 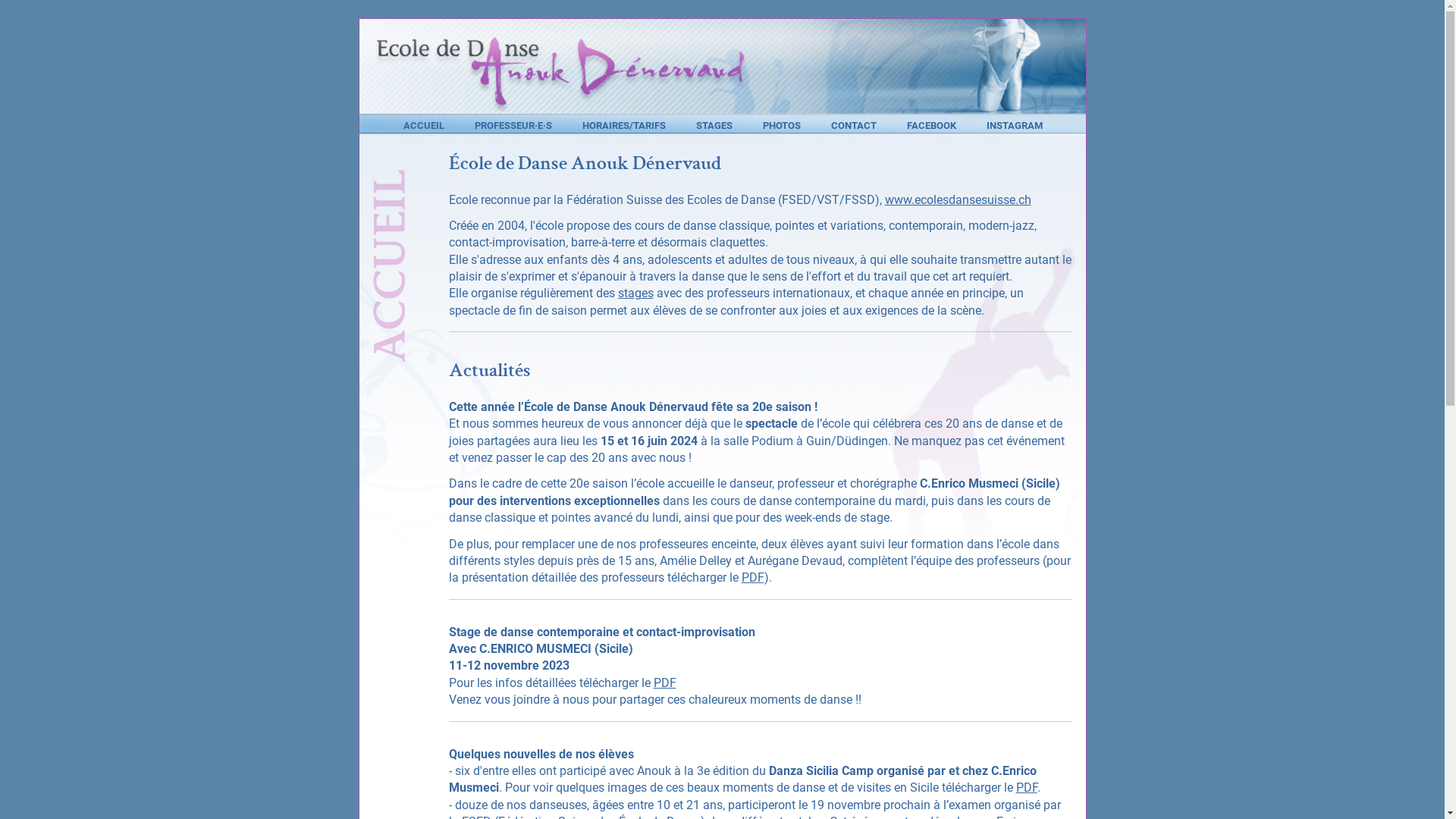 What do you see at coordinates (1026, 786) in the screenshot?
I see `'PDF'` at bounding box center [1026, 786].